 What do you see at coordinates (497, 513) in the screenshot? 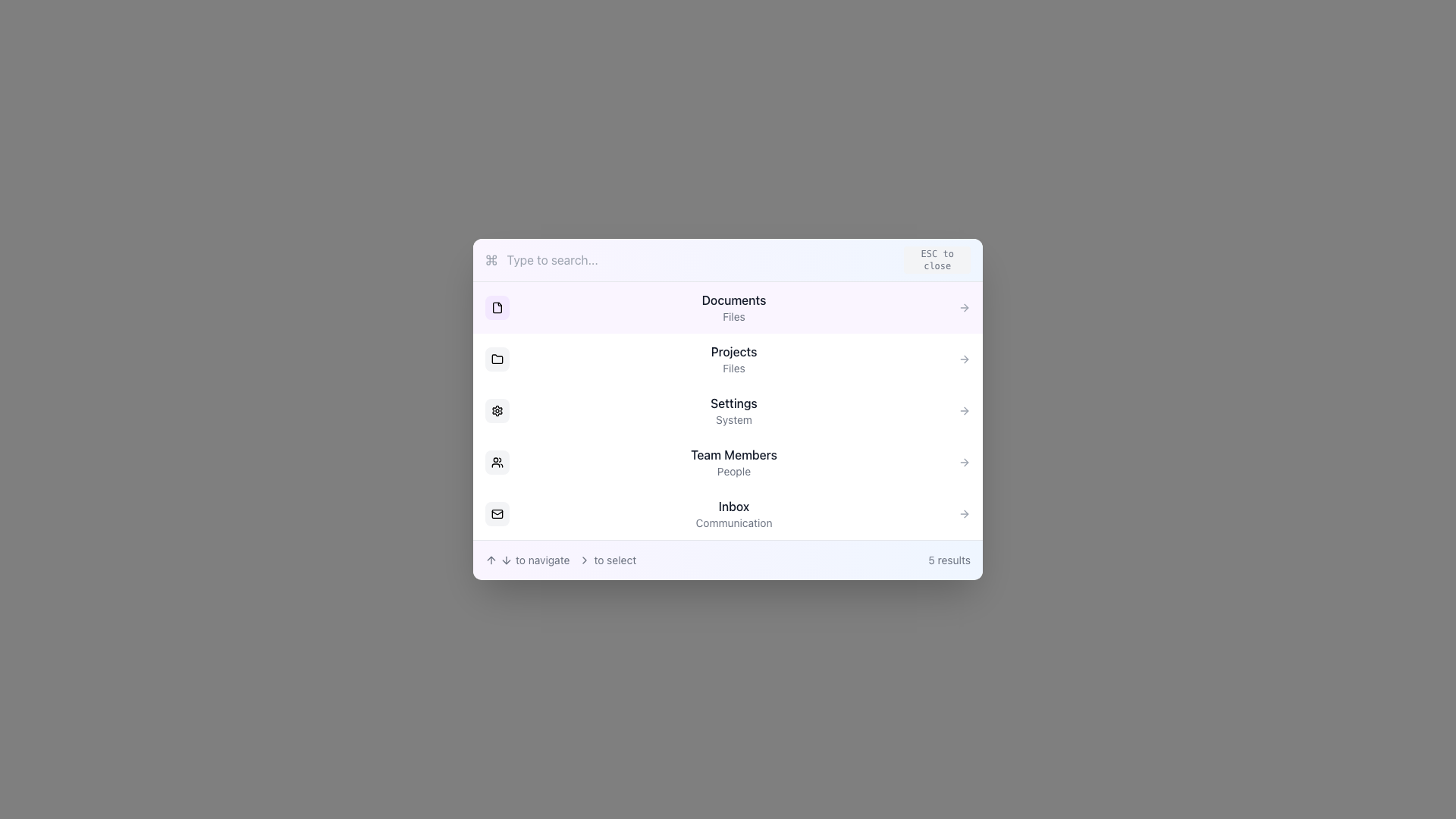
I see `the small, stylized envelope icon on the leftmost side of the fifth row, adjacent to the 'Inbox' label` at bounding box center [497, 513].